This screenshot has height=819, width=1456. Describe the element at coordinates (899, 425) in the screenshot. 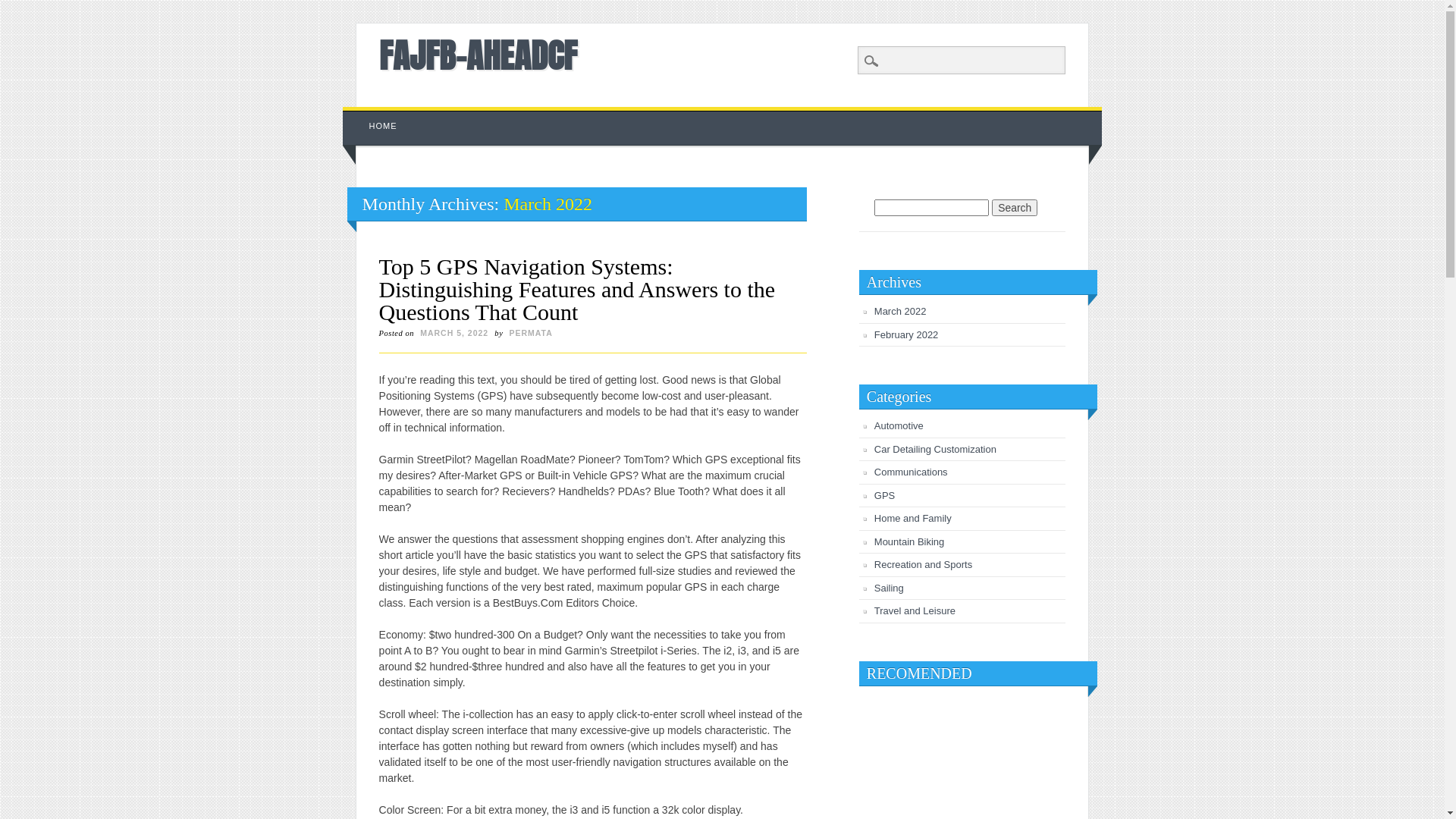

I see `'Automotive'` at that location.